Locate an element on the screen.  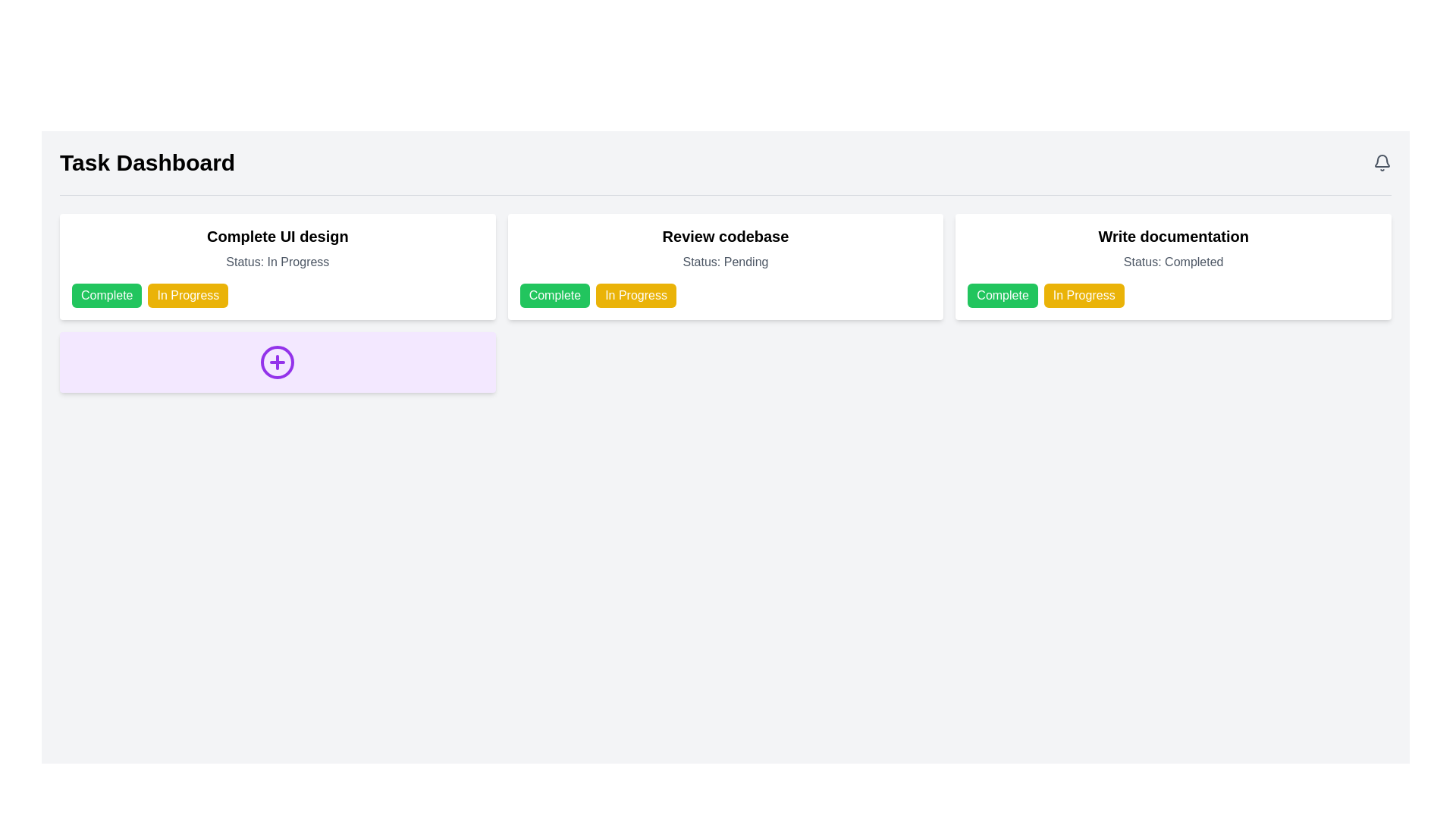
the leftmost button in the 'Review codebase' task card to mark the associated task as completed is located at coordinates (554, 295).